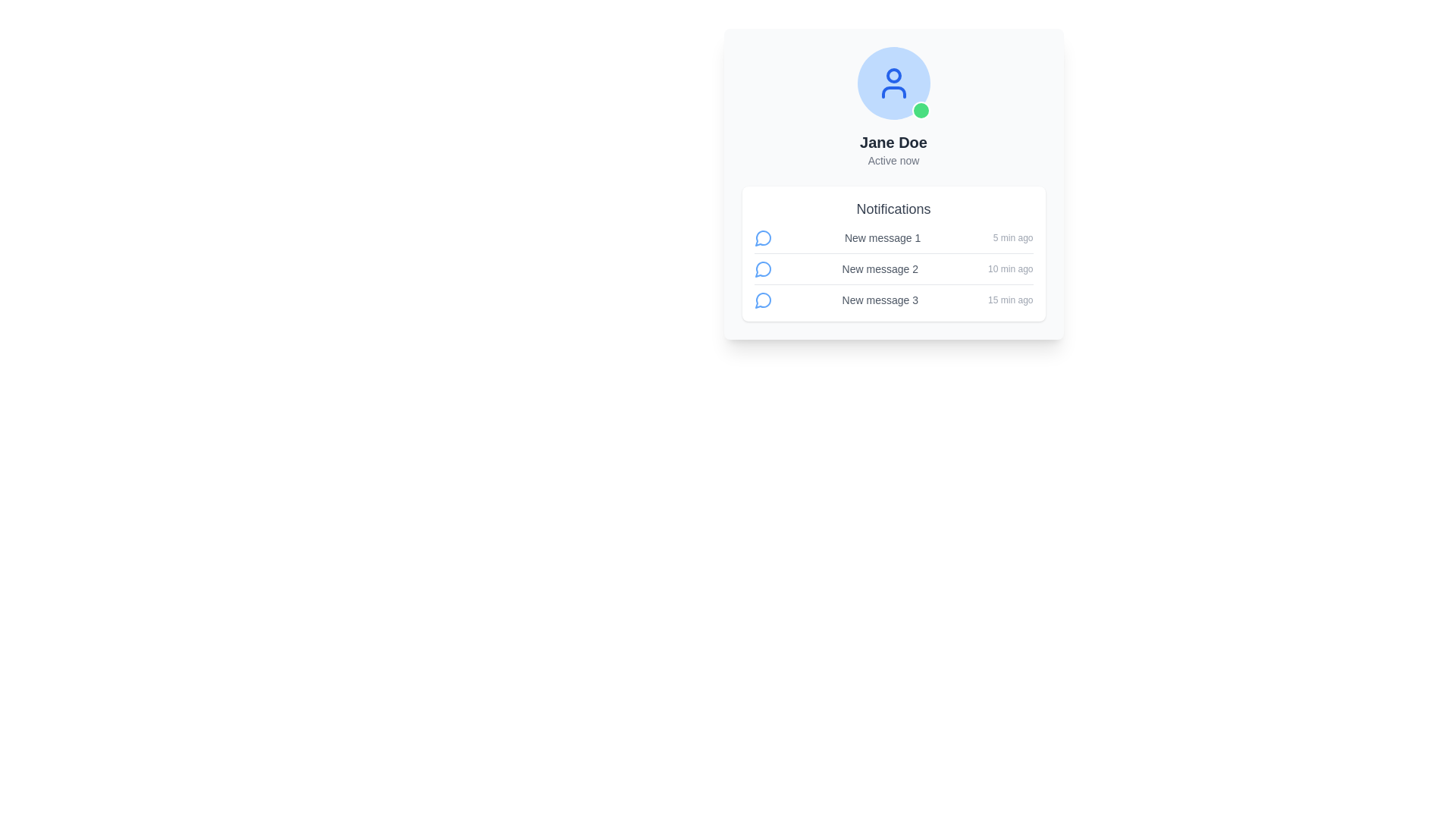 The image size is (1456, 819). I want to click on the first Notification List Item that represents a new message, providing information about the sender and the time of the message, so click(893, 240).